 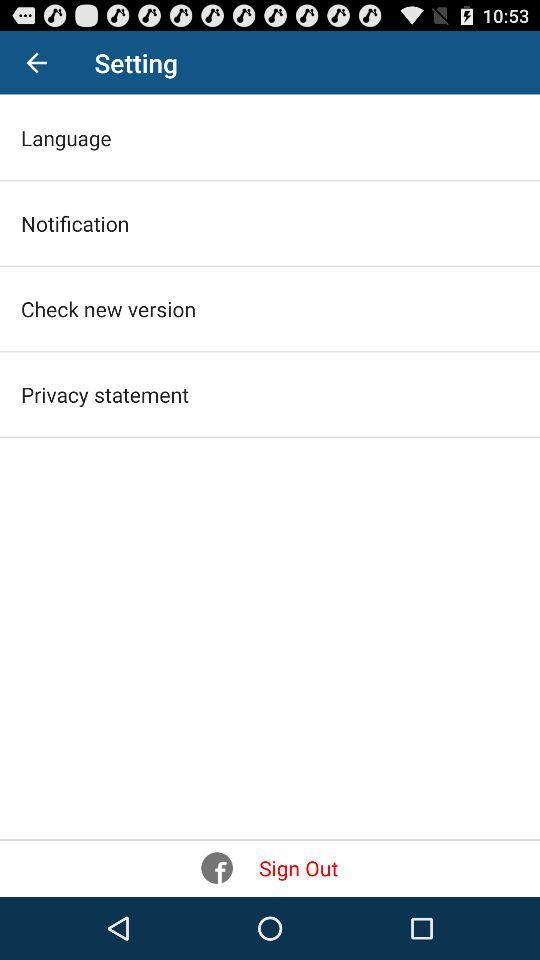 What do you see at coordinates (74, 223) in the screenshot?
I see `icon above check new version item` at bounding box center [74, 223].